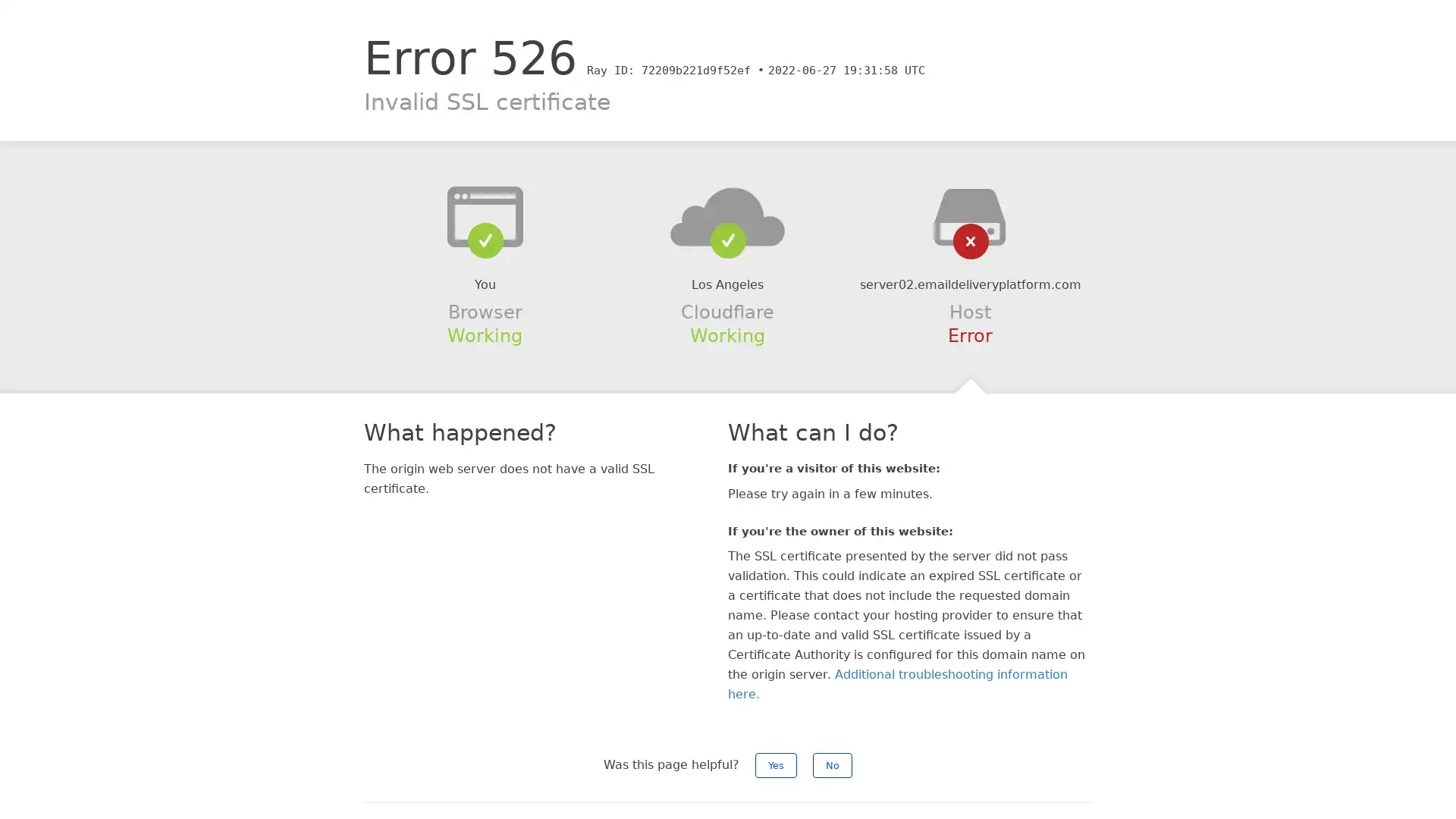 This screenshot has width=1456, height=819. What do you see at coordinates (832, 765) in the screenshot?
I see `No` at bounding box center [832, 765].